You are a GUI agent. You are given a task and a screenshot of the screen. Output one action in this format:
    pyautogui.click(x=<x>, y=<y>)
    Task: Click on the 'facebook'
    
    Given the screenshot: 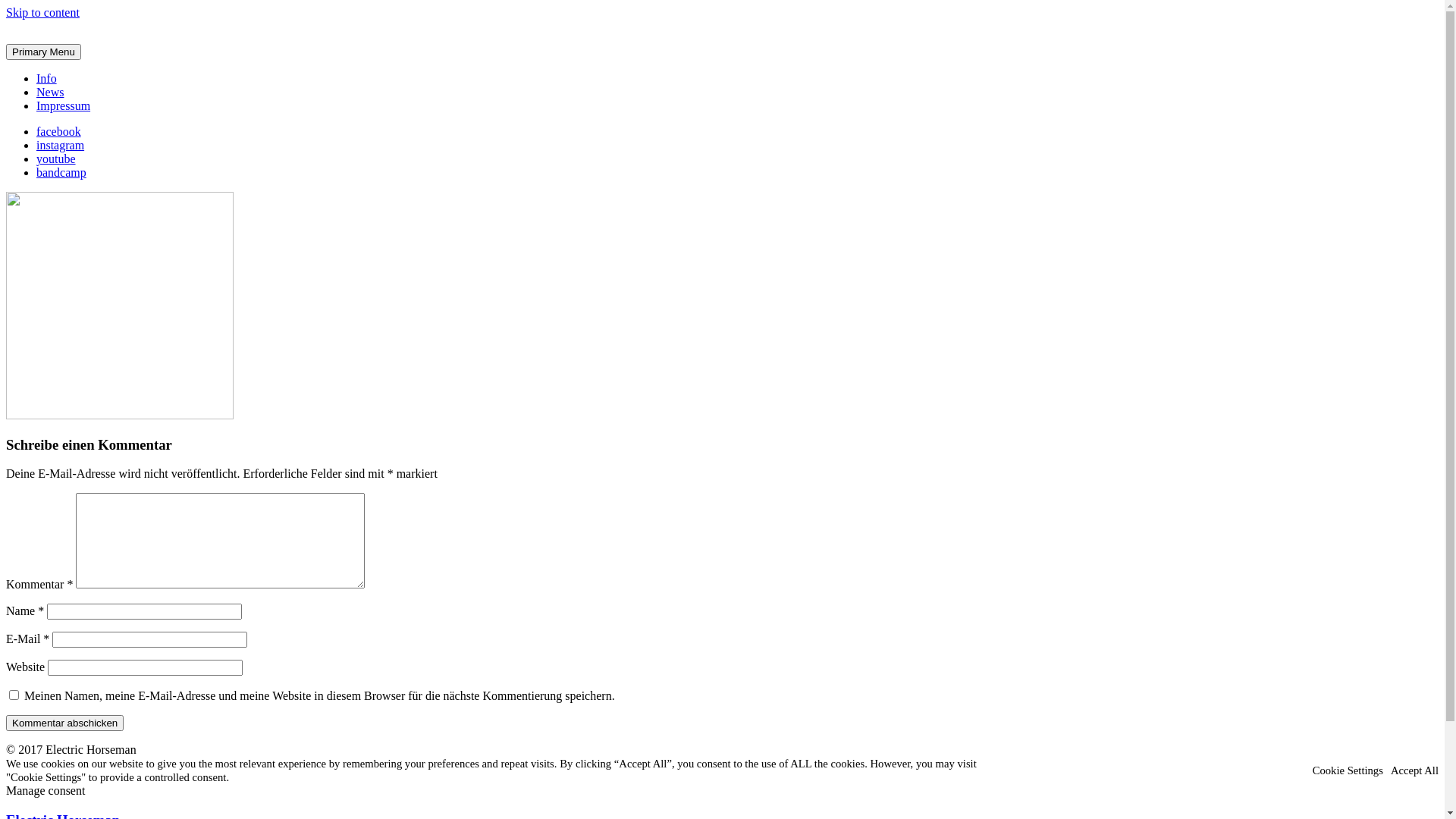 What is the action you would take?
    pyautogui.click(x=62, y=130)
    